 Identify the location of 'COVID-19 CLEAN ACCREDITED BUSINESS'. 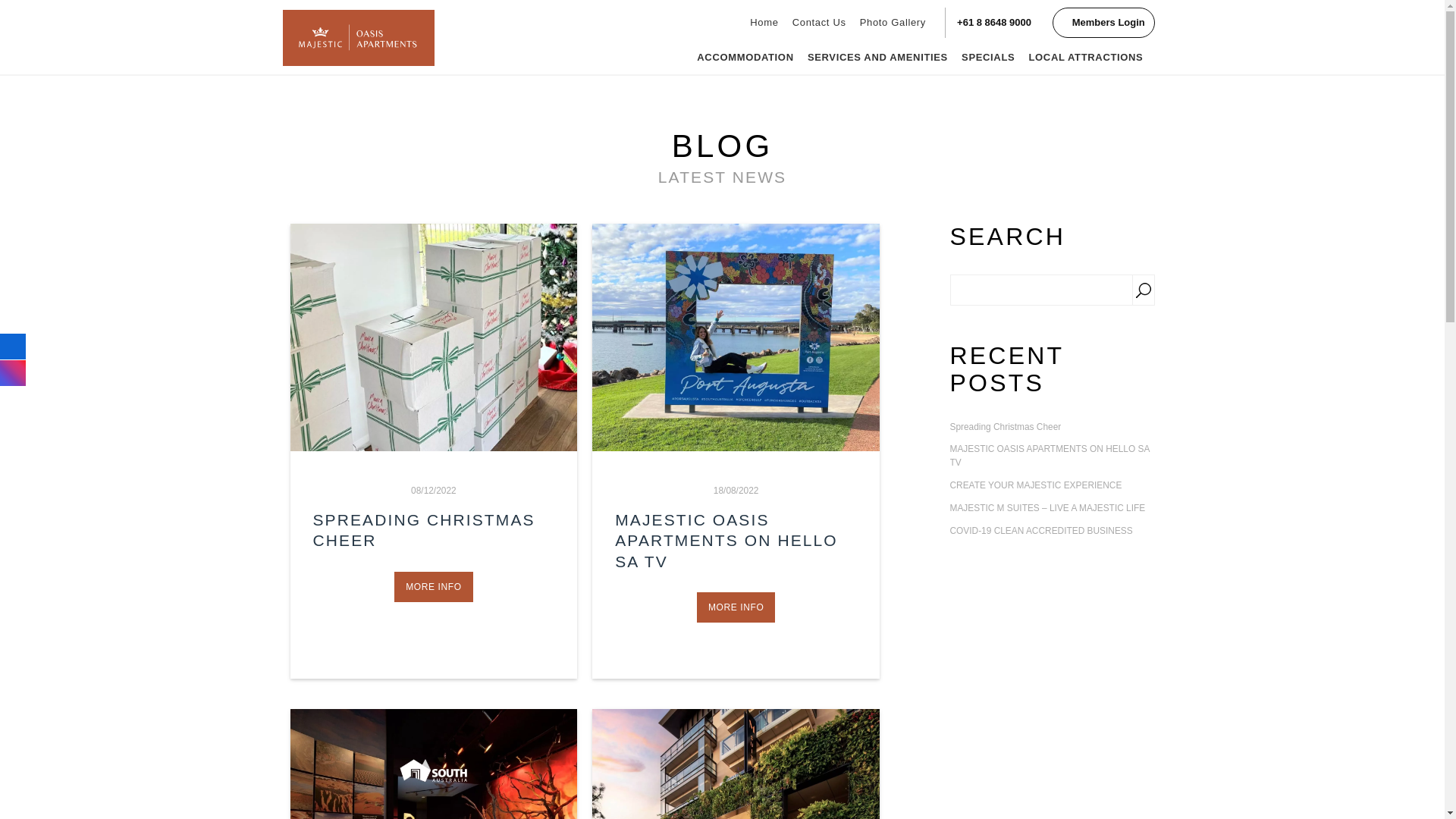
(949, 531).